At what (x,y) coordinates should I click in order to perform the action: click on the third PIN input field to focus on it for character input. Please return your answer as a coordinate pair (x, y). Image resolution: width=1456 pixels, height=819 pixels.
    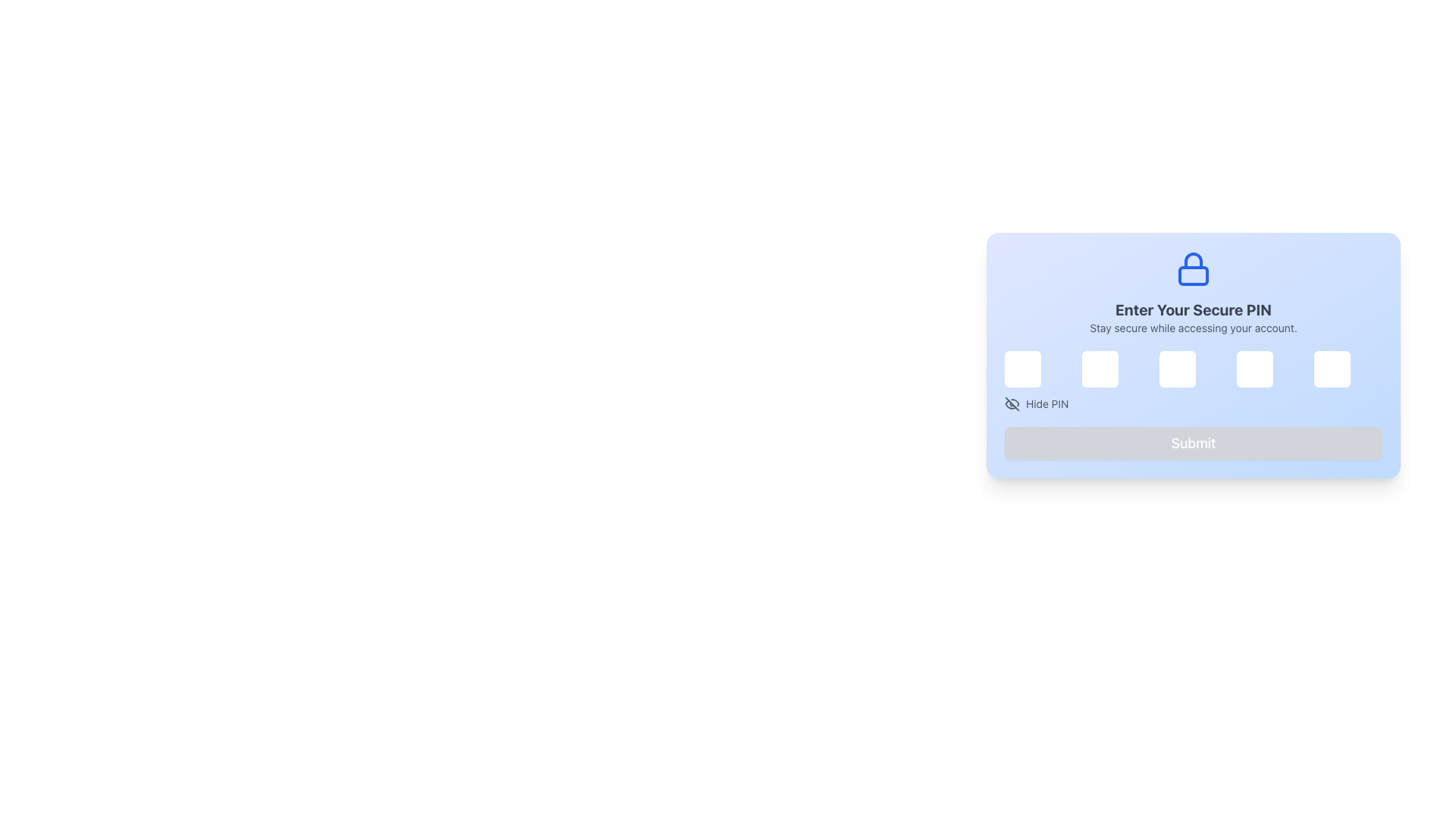
    Looking at the image, I should click on (1193, 356).